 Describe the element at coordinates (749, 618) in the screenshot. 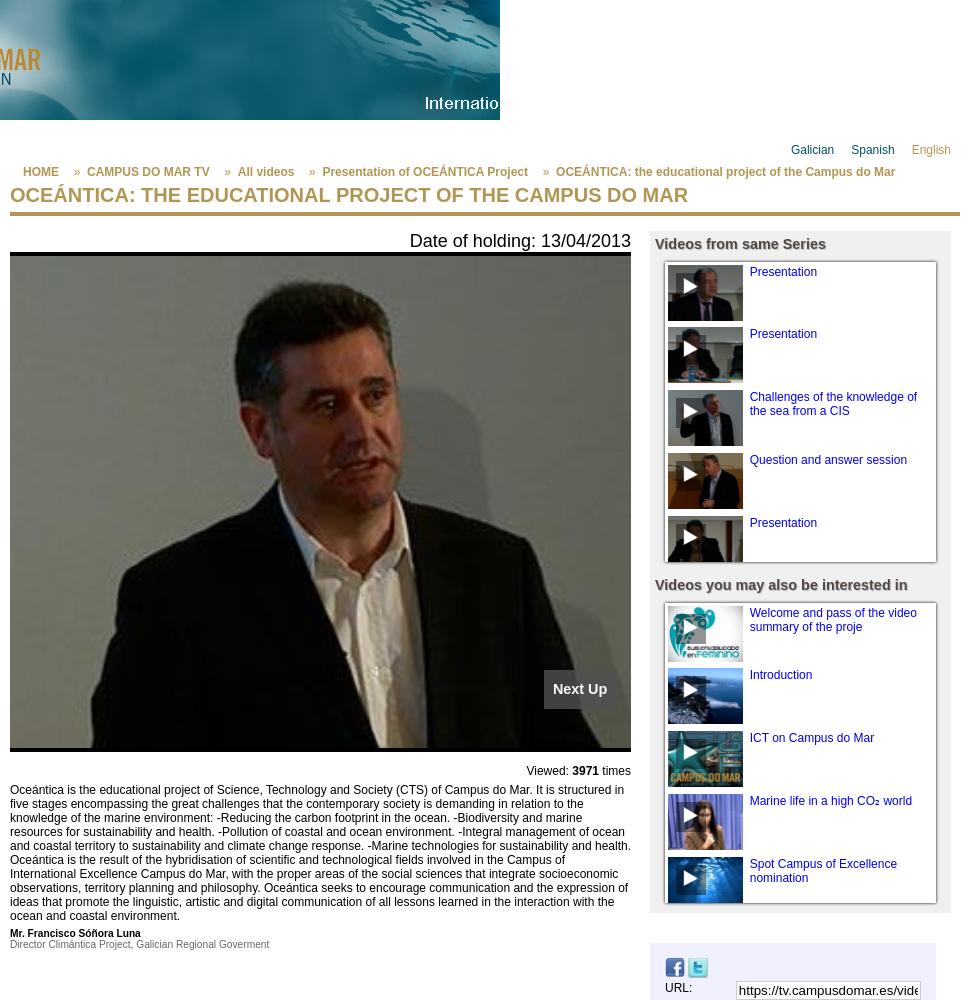

I see `'Welcome and pass of the video summary of the proje'` at that location.